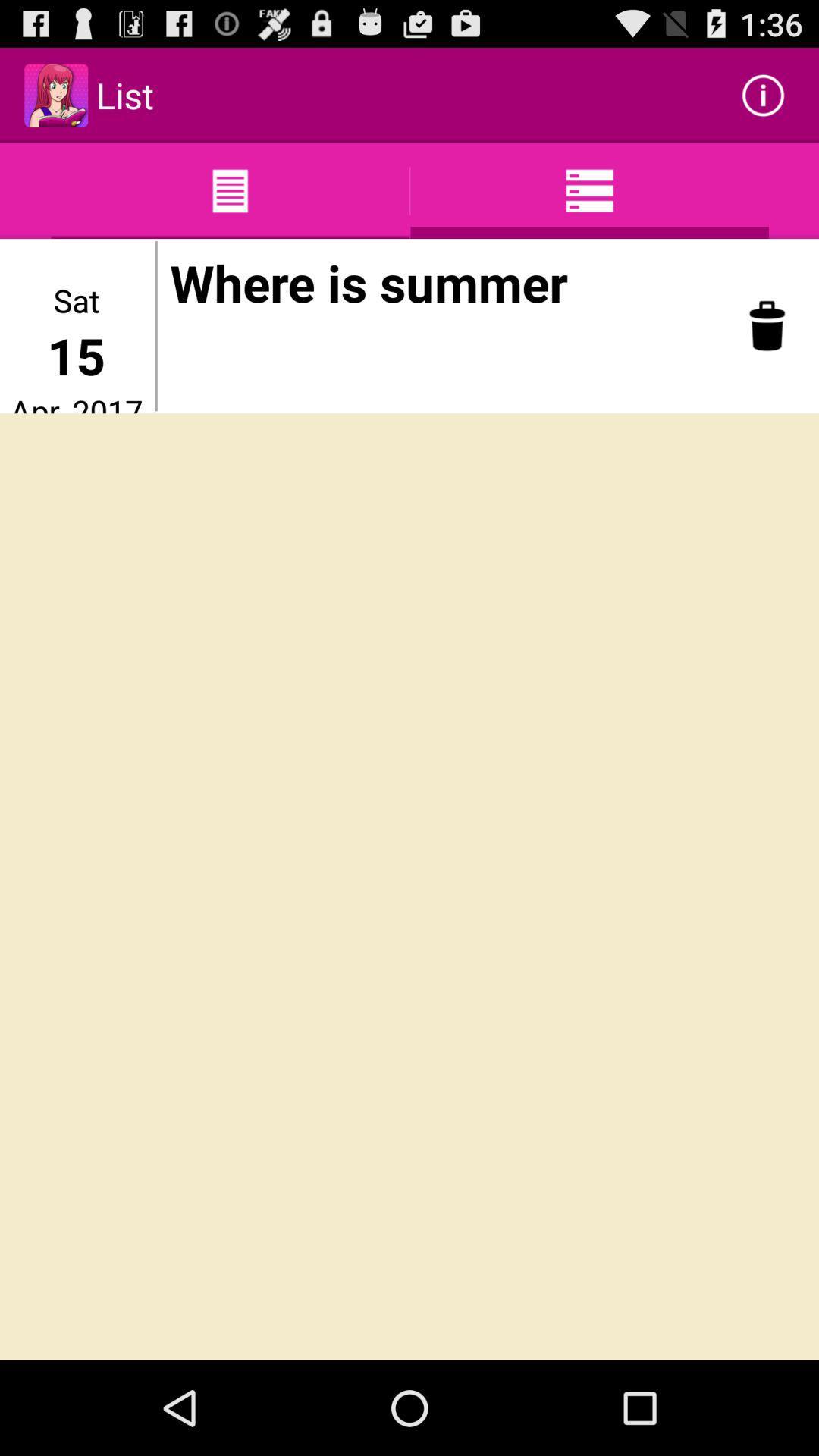 This screenshot has height=1456, width=819. What do you see at coordinates (156, 325) in the screenshot?
I see `item next to the apr, 2017 icon` at bounding box center [156, 325].